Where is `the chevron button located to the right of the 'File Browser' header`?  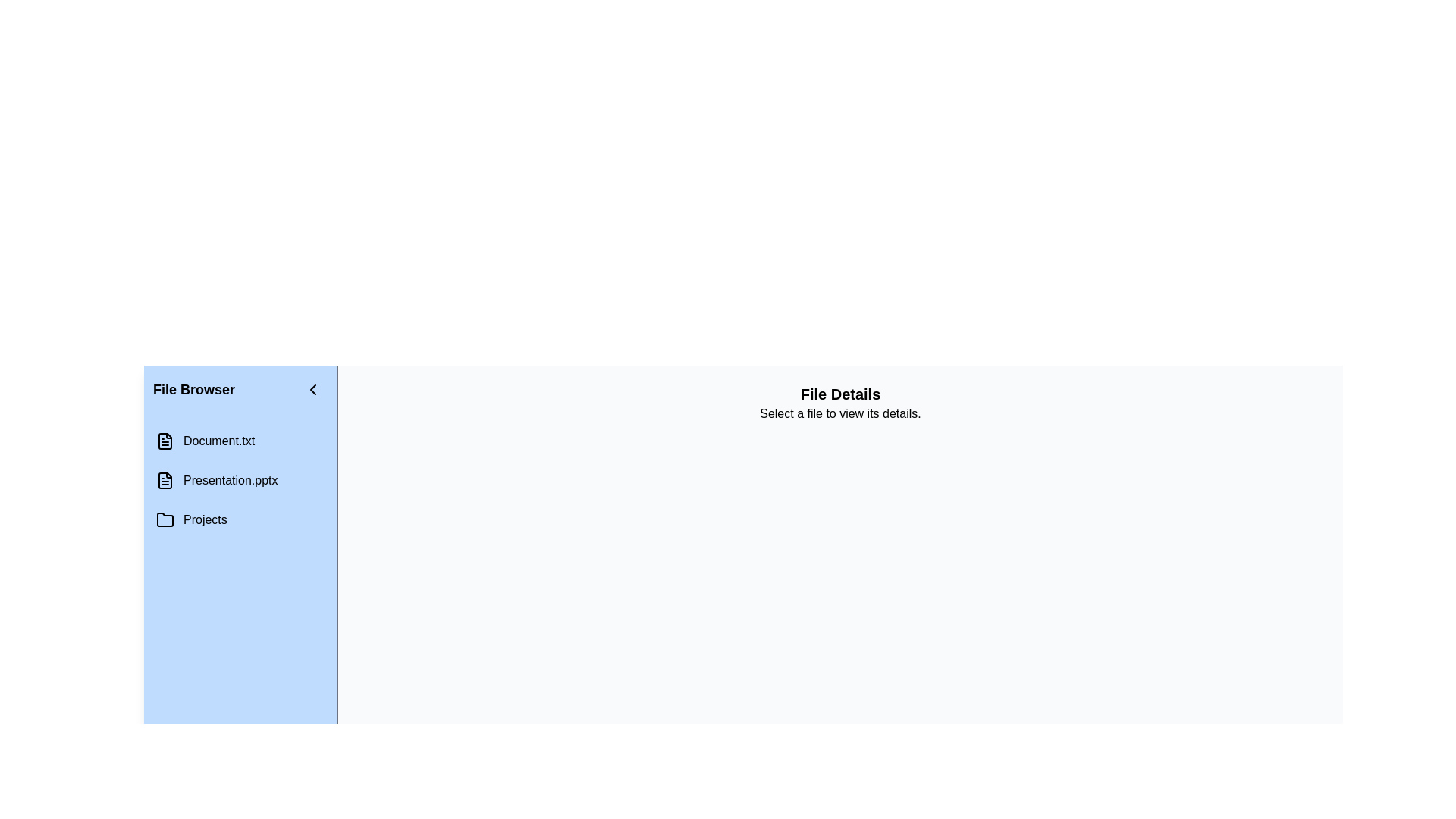
the chevron button located to the right of the 'File Browser' header is located at coordinates (312, 388).